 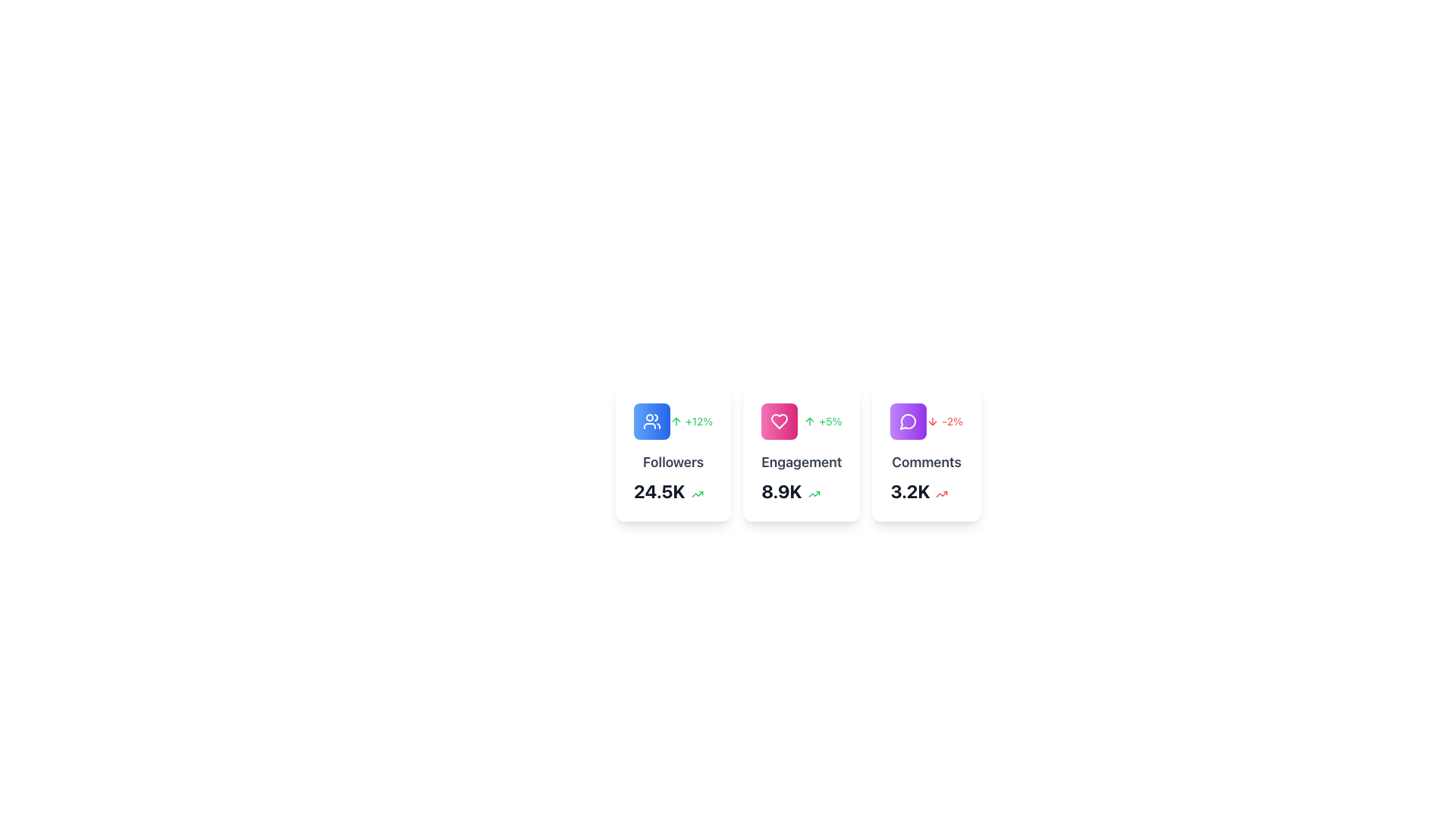 I want to click on the icon depicting two user silhouettes, which is located at the center of the leftmost 'Followers' card, so click(x=651, y=421).